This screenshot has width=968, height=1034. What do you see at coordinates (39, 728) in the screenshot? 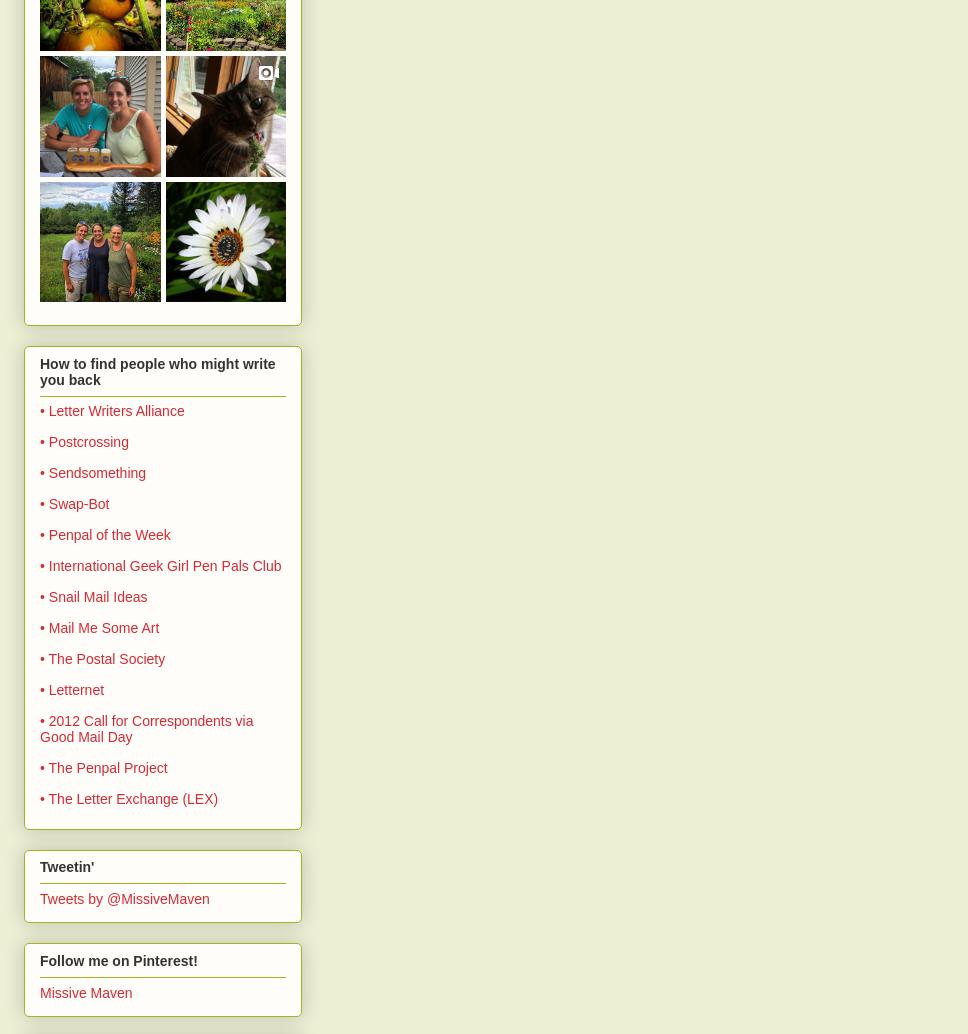
I see `'• 2012 Call for Correspondents via Good Mail Day'` at bounding box center [39, 728].